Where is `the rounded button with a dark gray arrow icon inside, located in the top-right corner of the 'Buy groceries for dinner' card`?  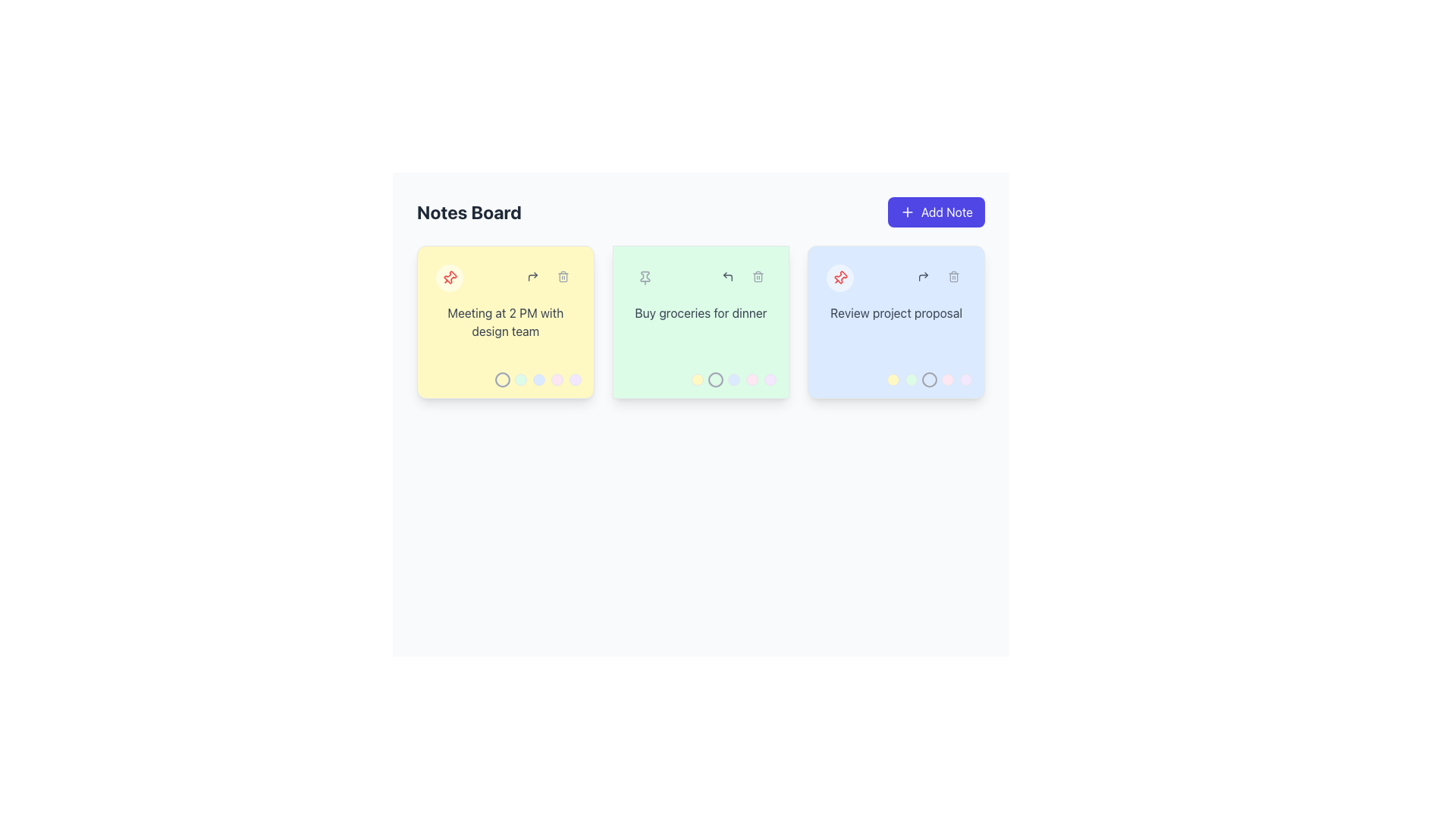 the rounded button with a dark gray arrow icon inside, located in the top-right corner of the 'Buy groceries for dinner' card is located at coordinates (728, 277).